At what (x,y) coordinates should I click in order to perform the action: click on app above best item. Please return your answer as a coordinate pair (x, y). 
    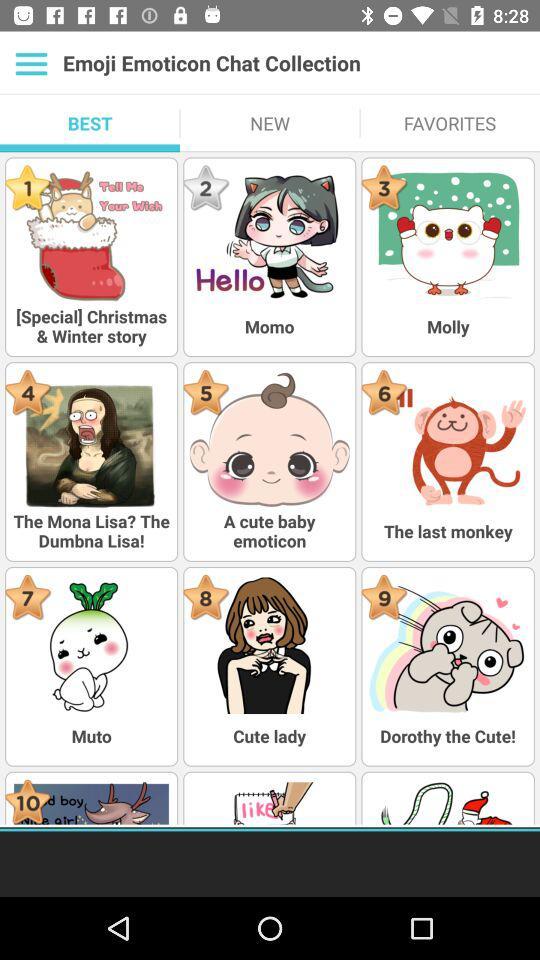
    Looking at the image, I should click on (30, 63).